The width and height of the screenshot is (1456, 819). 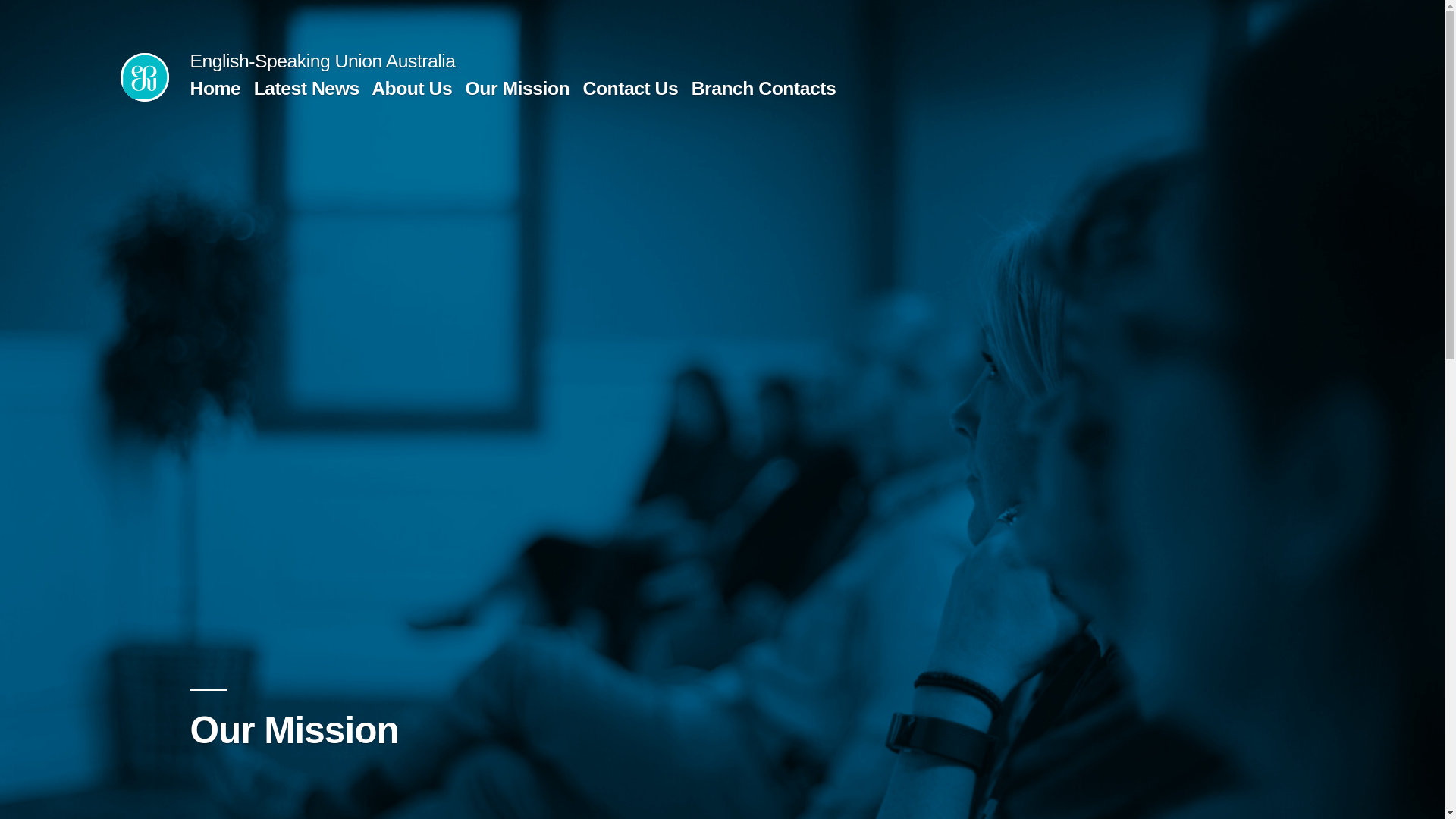 What do you see at coordinates (582, 88) in the screenshot?
I see `'Contact Us'` at bounding box center [582, 88].